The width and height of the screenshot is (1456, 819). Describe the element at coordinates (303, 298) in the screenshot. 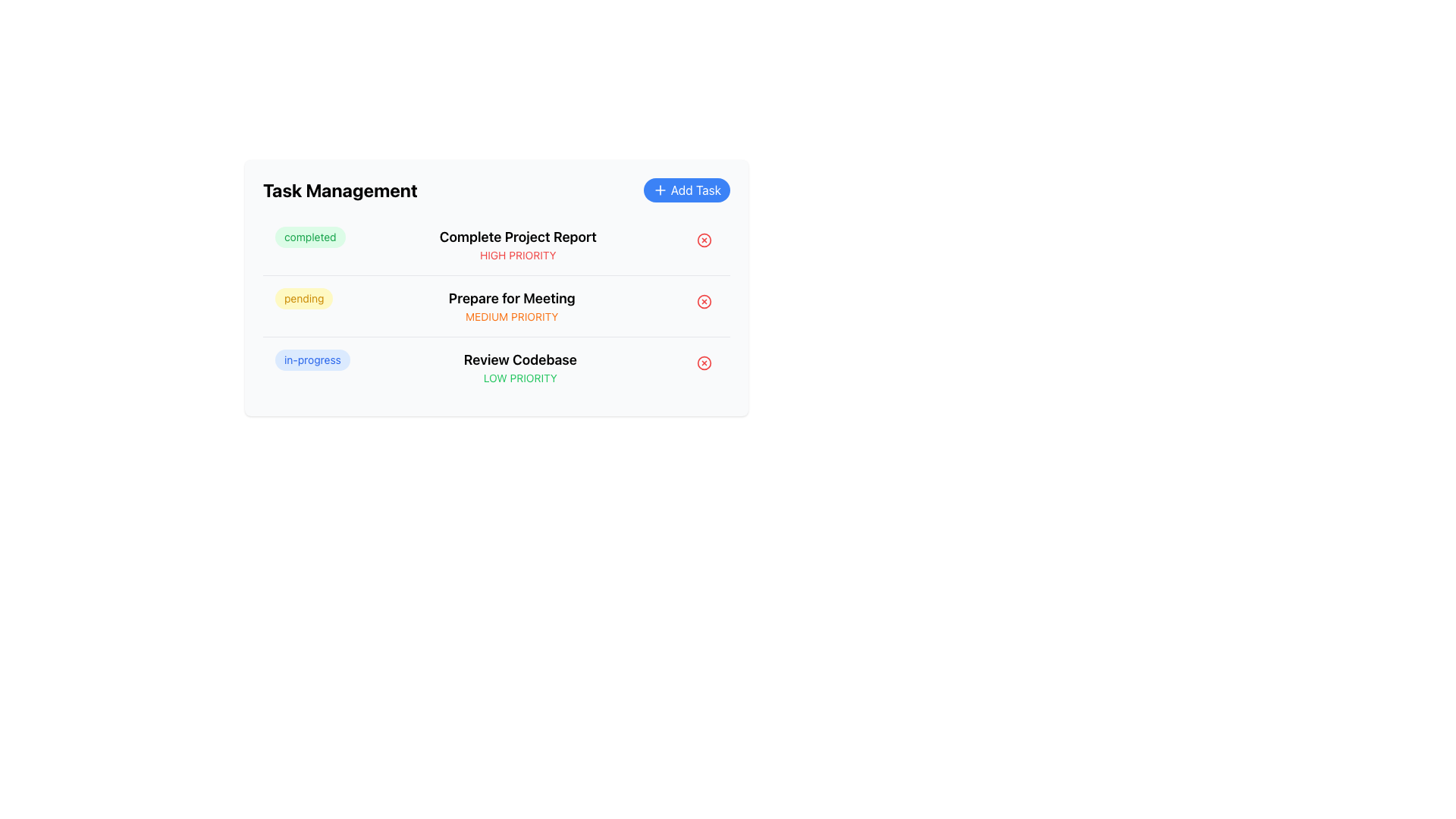

I see `text of the status indicator badge for the task 'Prepare for Meeting' which currently shows 'pending'` at that location.